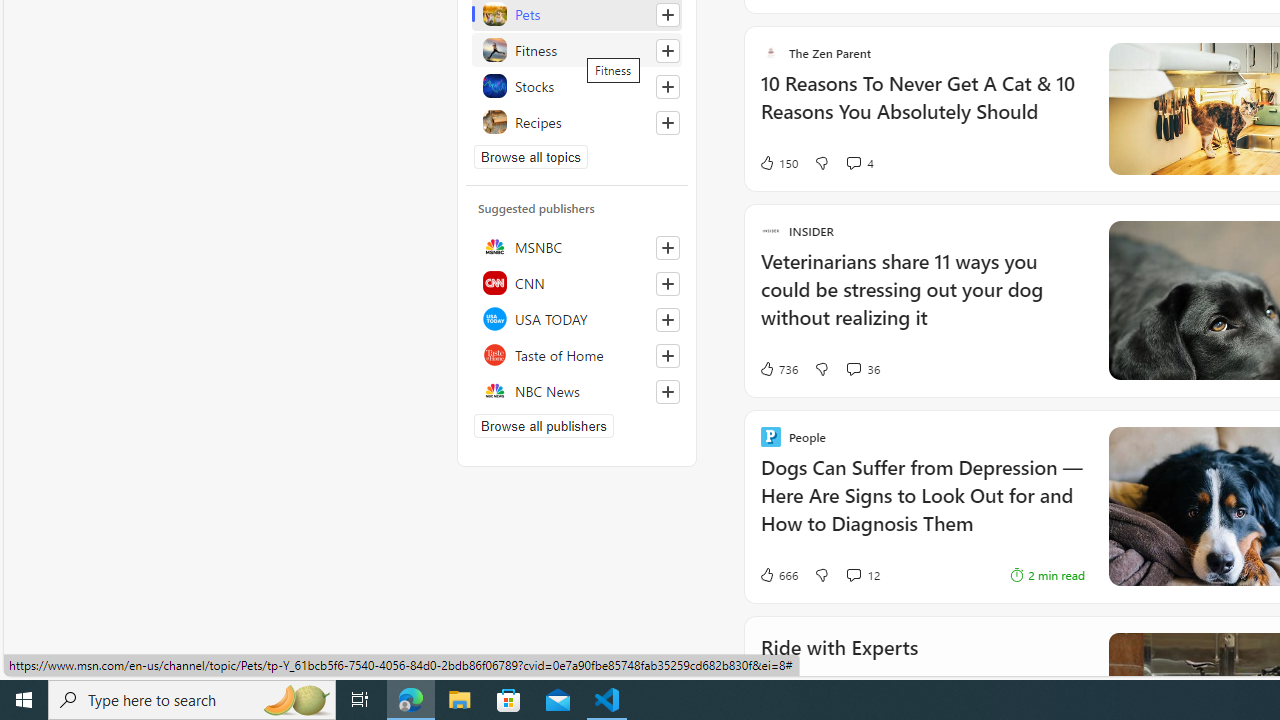 Image resolution: width=1280 pixels, height=720 pixels. Describe the element at coordinates (777, 368) in the screenshot. I see `'736 Like'` at that location.